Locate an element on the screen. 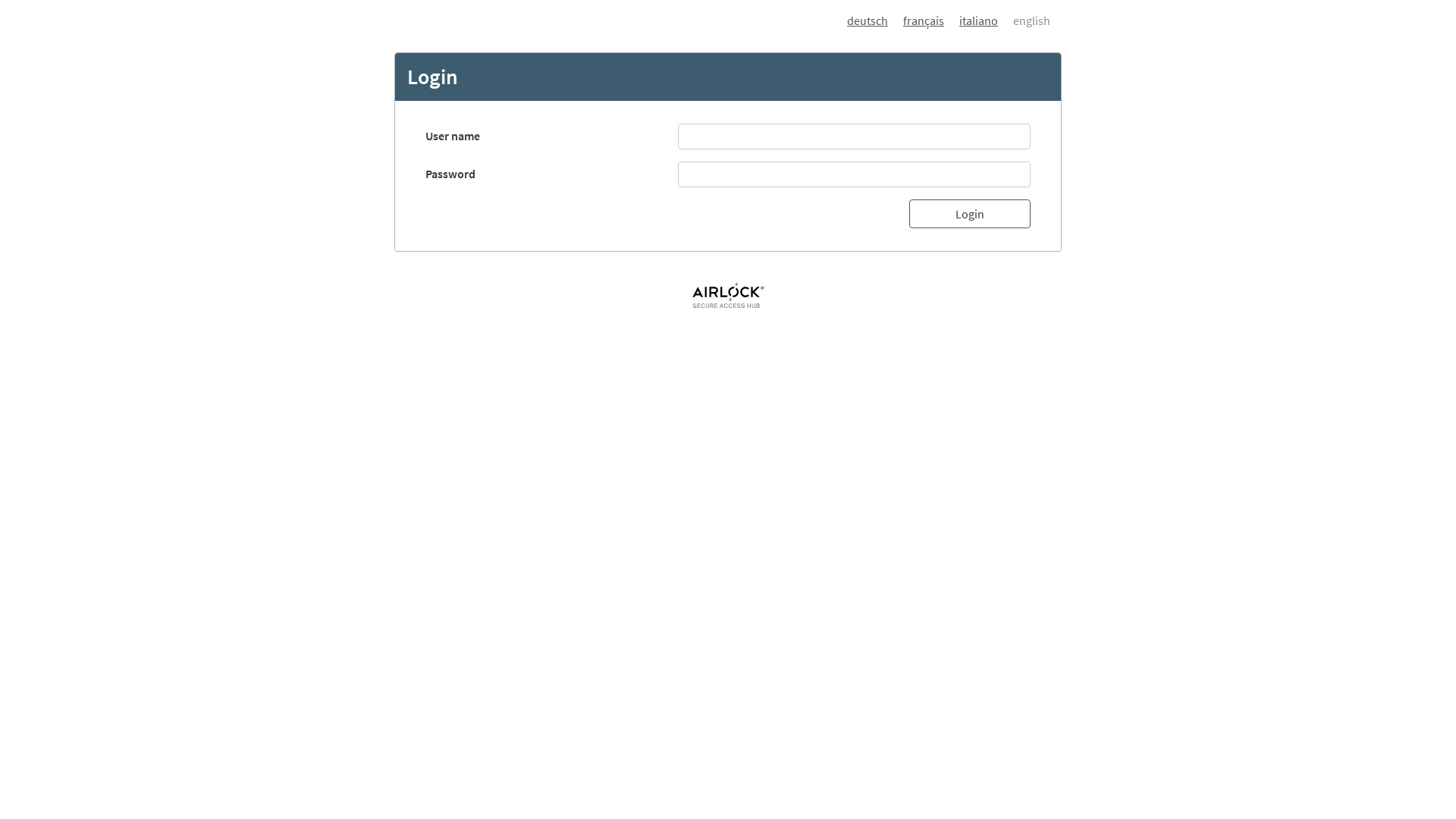  'Login' is located at coordinates (968, 213).